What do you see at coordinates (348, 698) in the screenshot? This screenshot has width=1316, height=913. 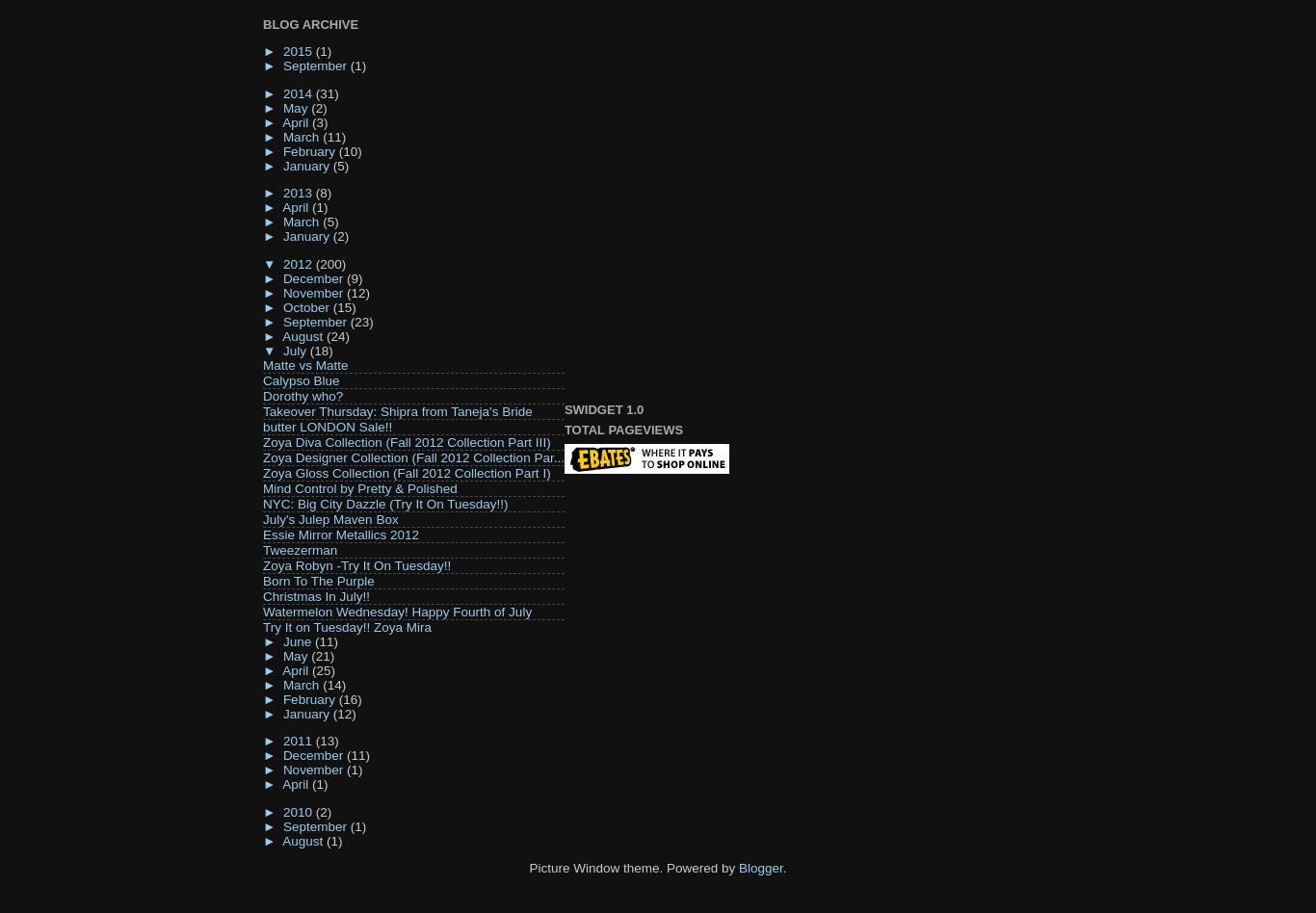 I see `'(16)'` at bounding box center [348, 698].